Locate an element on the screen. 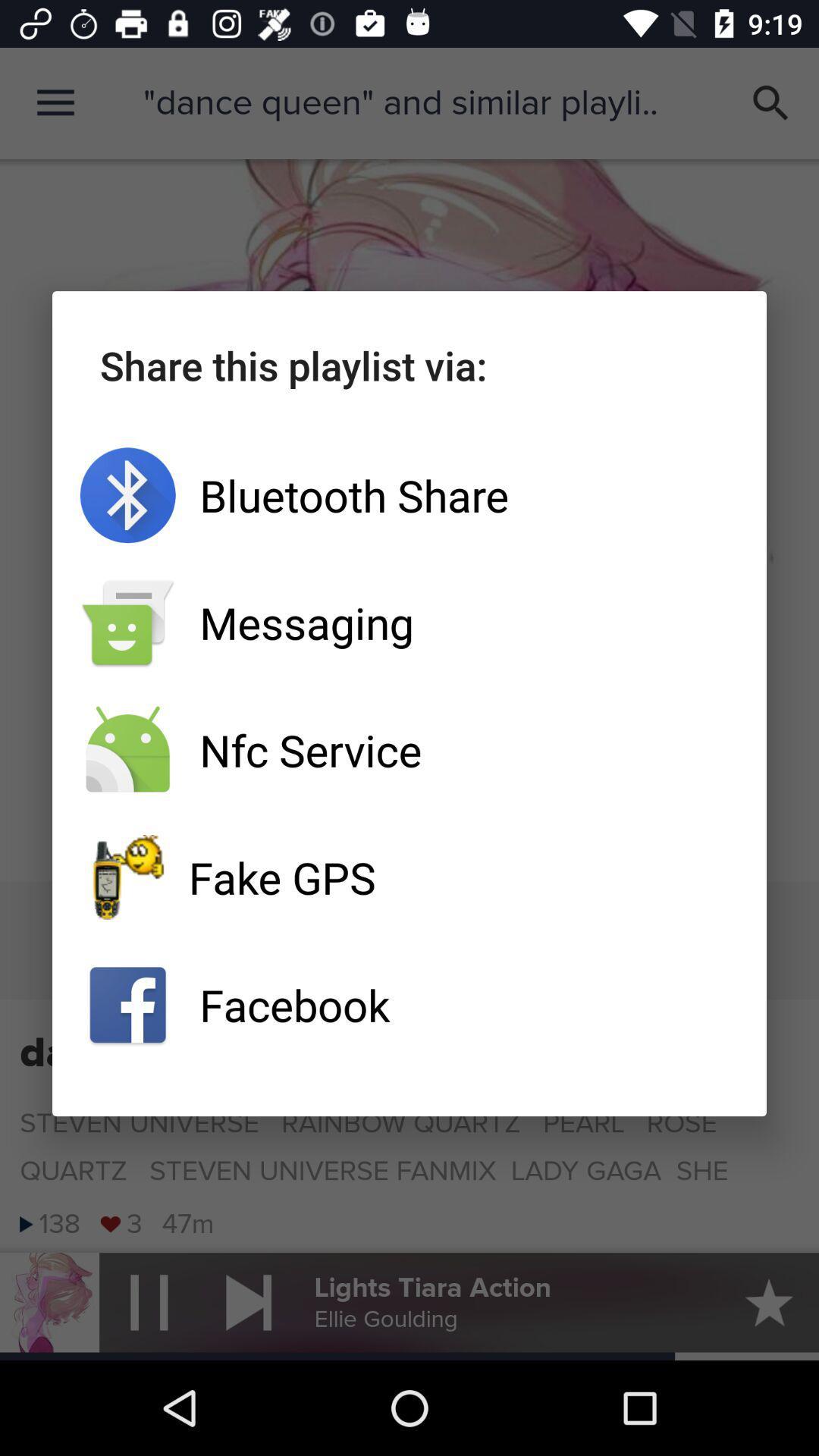  nfc service icon is located at coordinates (409, 750).